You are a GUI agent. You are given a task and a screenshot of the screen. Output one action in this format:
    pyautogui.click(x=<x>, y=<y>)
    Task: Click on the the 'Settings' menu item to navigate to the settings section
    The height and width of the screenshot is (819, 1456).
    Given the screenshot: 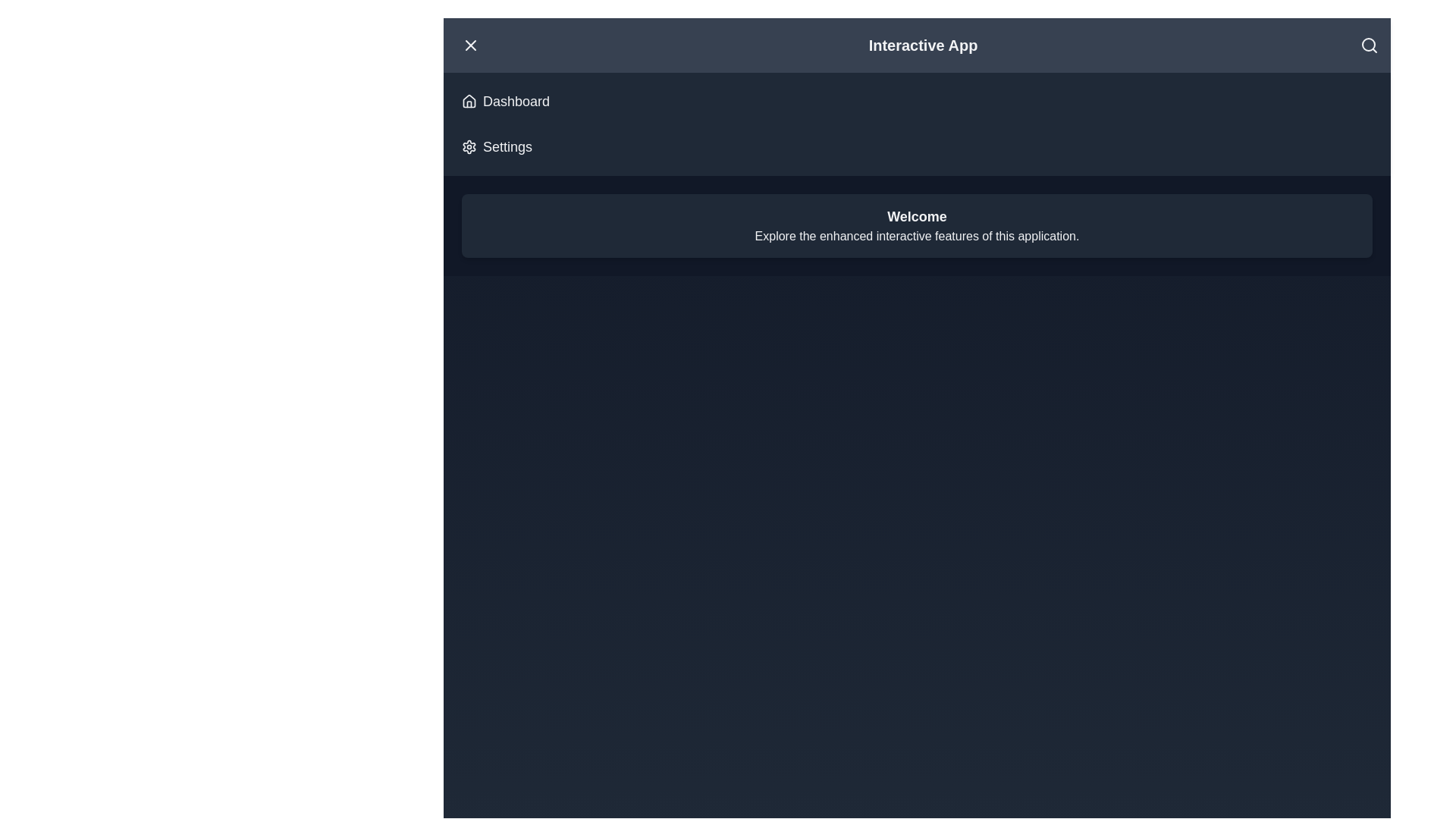 What is the action you would take?
    pyautogui.click(x=496, y=146)
    